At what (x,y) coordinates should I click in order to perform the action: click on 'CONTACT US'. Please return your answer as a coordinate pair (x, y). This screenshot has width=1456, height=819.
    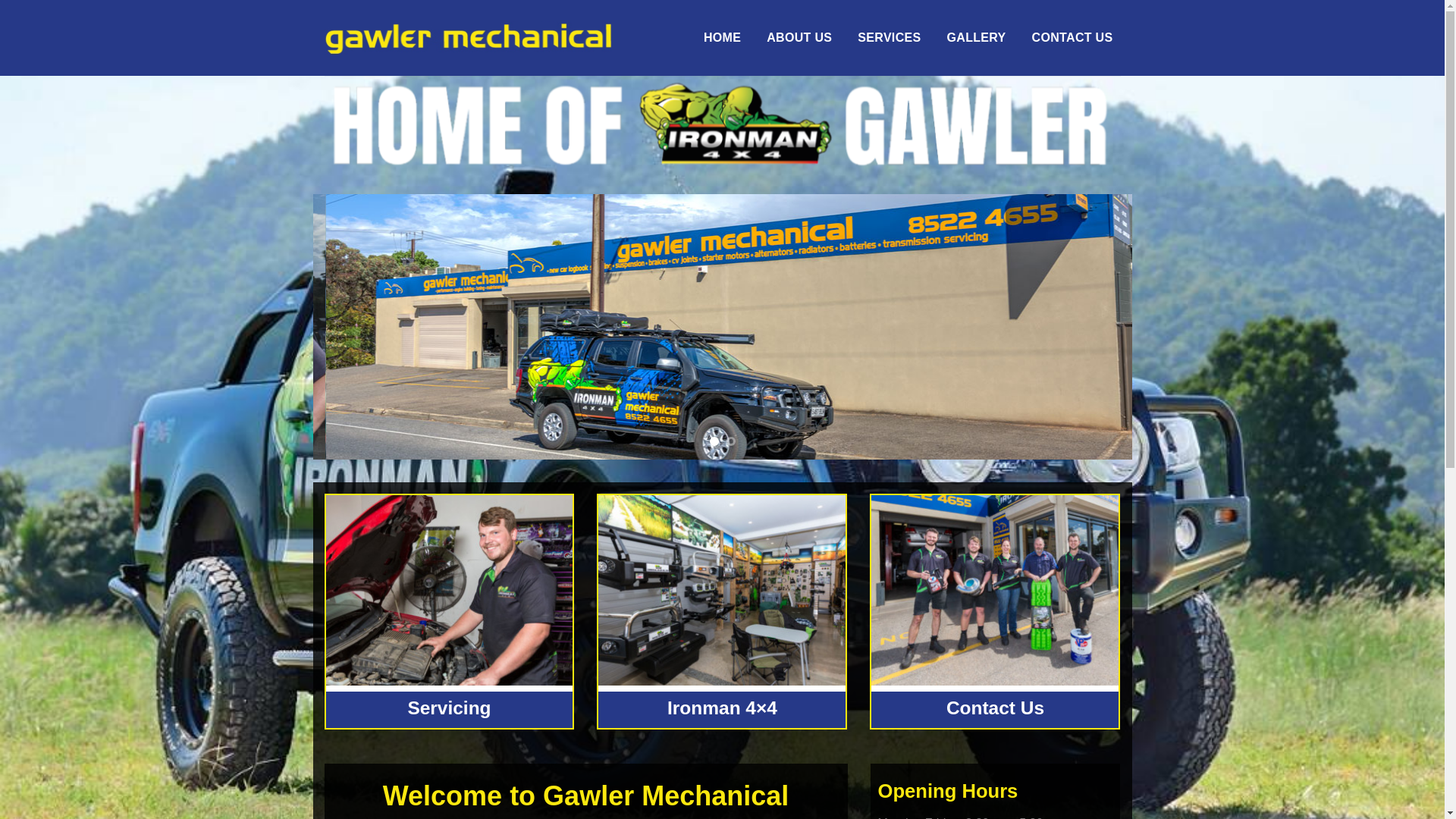
    Looking at the image, I should click on (1072, 37).